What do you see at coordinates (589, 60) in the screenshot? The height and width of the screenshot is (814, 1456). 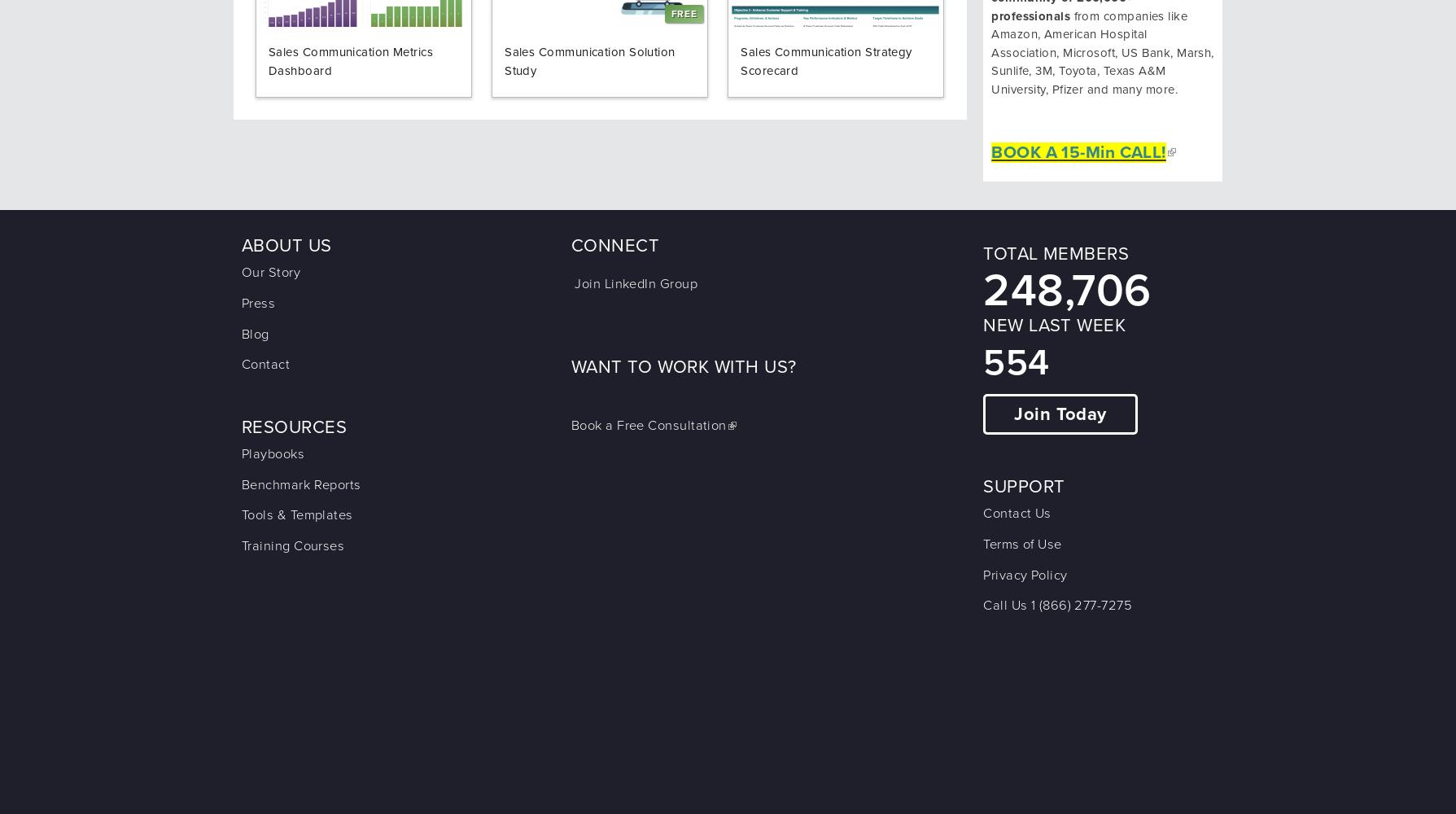 I see `'Sales Communication Solution Study'` at bounding box center [589, 60].